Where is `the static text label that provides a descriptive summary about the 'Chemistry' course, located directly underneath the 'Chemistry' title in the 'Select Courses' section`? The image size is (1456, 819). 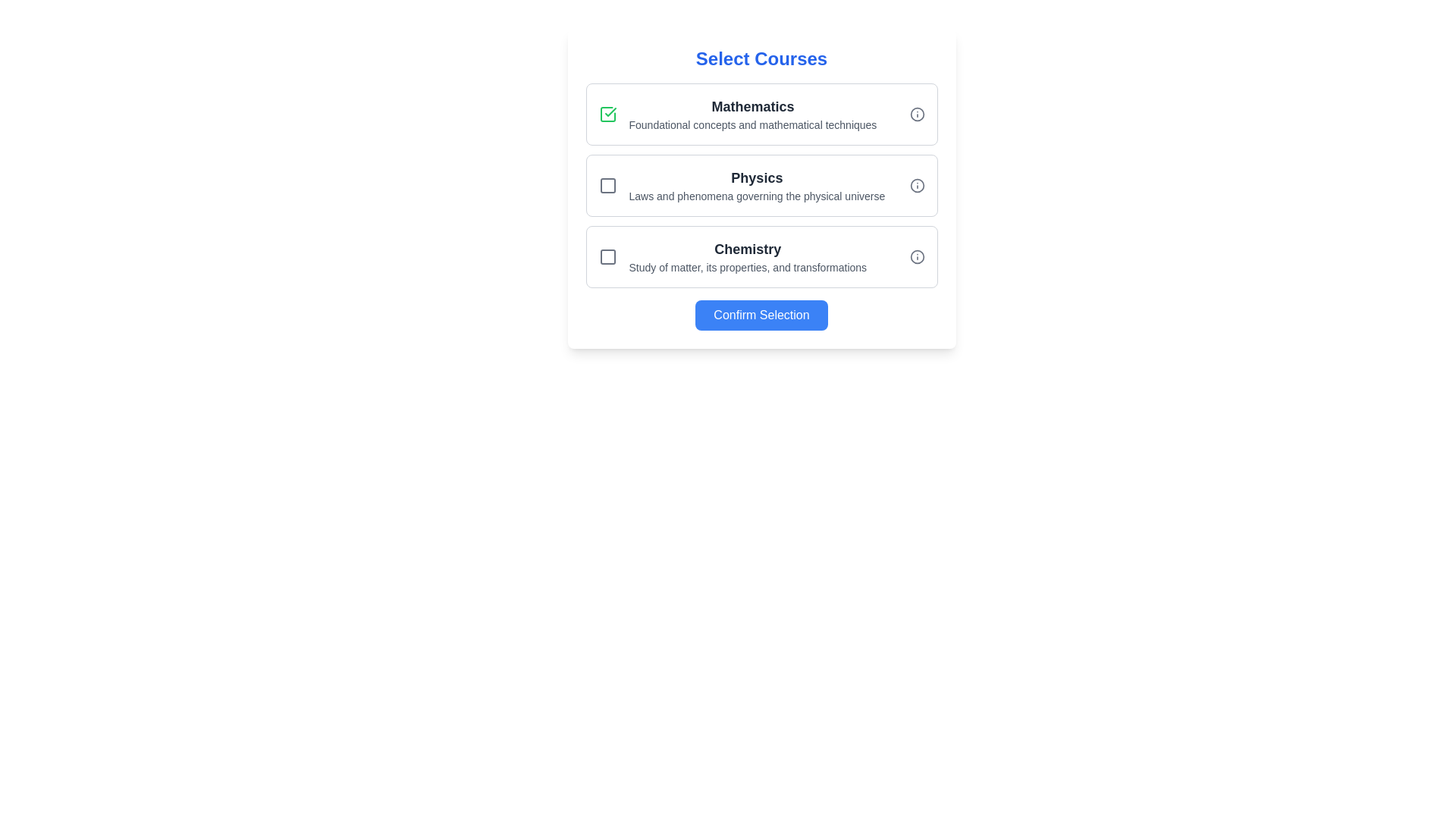 the static text label that provides a descriptive summary about the 'Chemistry' course, located directly underneath the 'Chemistry' title in the 'Select Courses' section is located at coordinates (748, 267).